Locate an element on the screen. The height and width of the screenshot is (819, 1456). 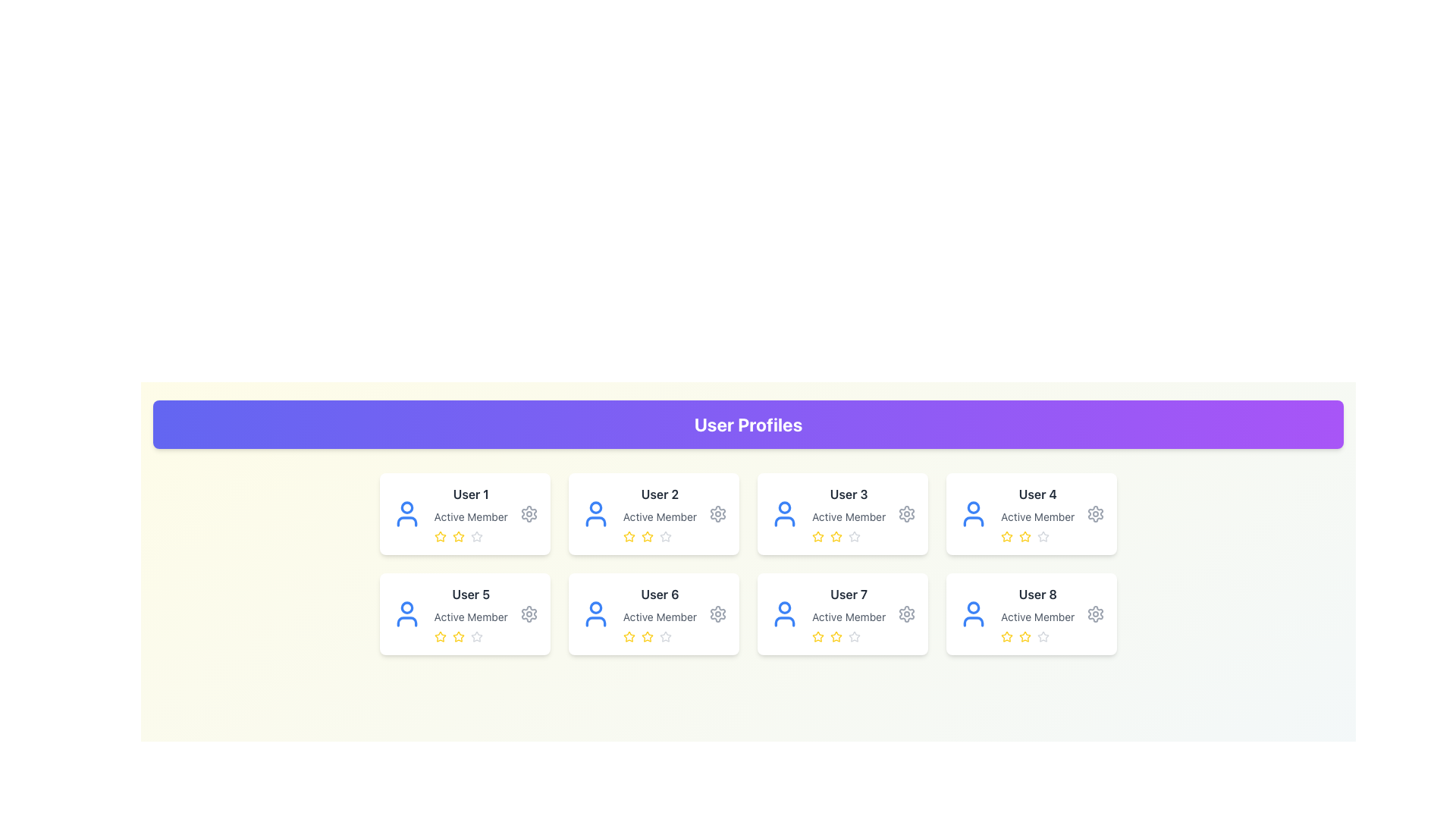
the information displayed on the Profile Card located in the third column of the first row, which includes user name, status description, and rating stars is located at coordinates (1037, 513).